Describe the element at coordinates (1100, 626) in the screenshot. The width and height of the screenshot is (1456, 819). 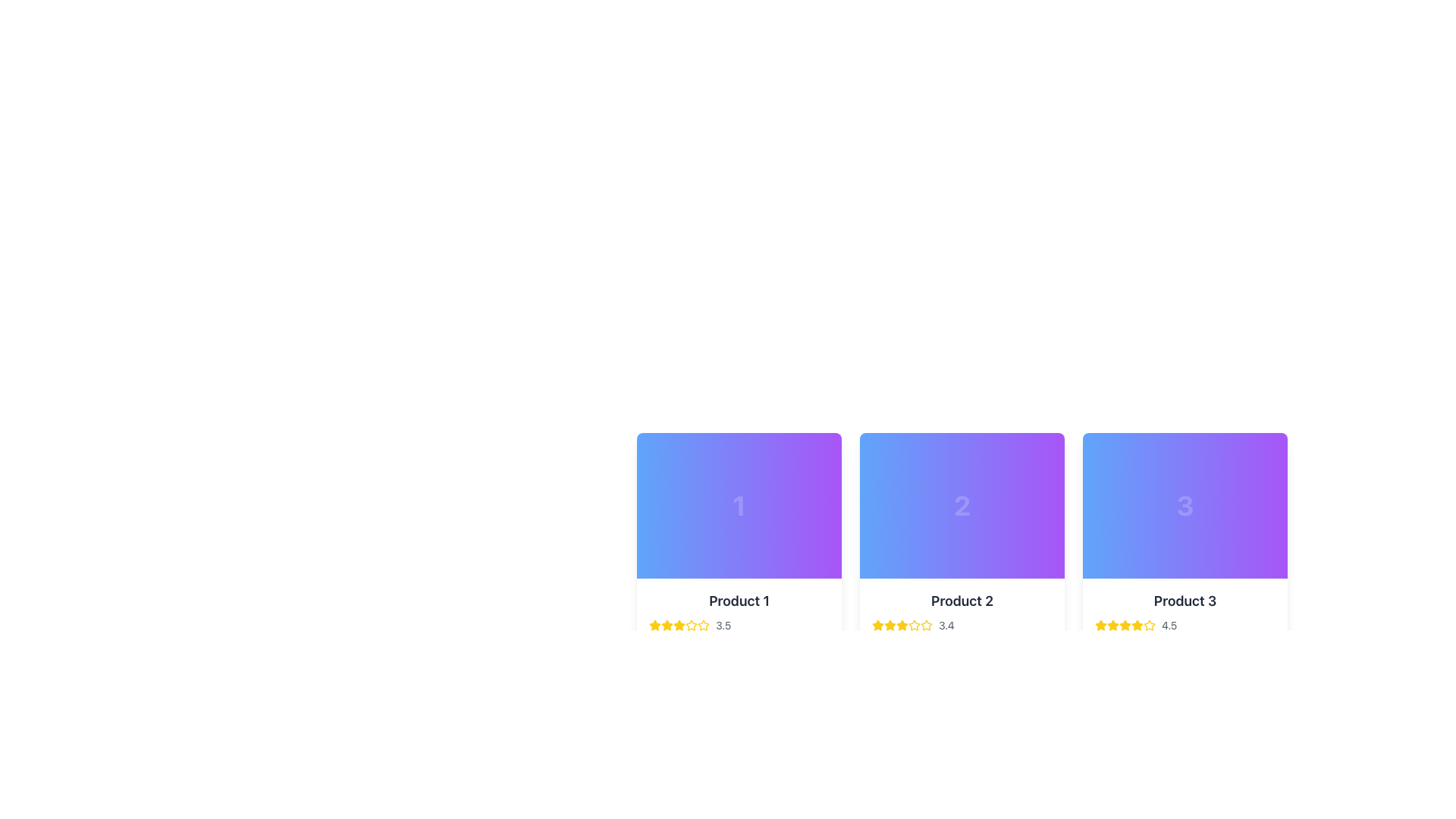
I see `the first star icon in the rating system for 'Product 3', which is located in the third column of product cards` at that location.